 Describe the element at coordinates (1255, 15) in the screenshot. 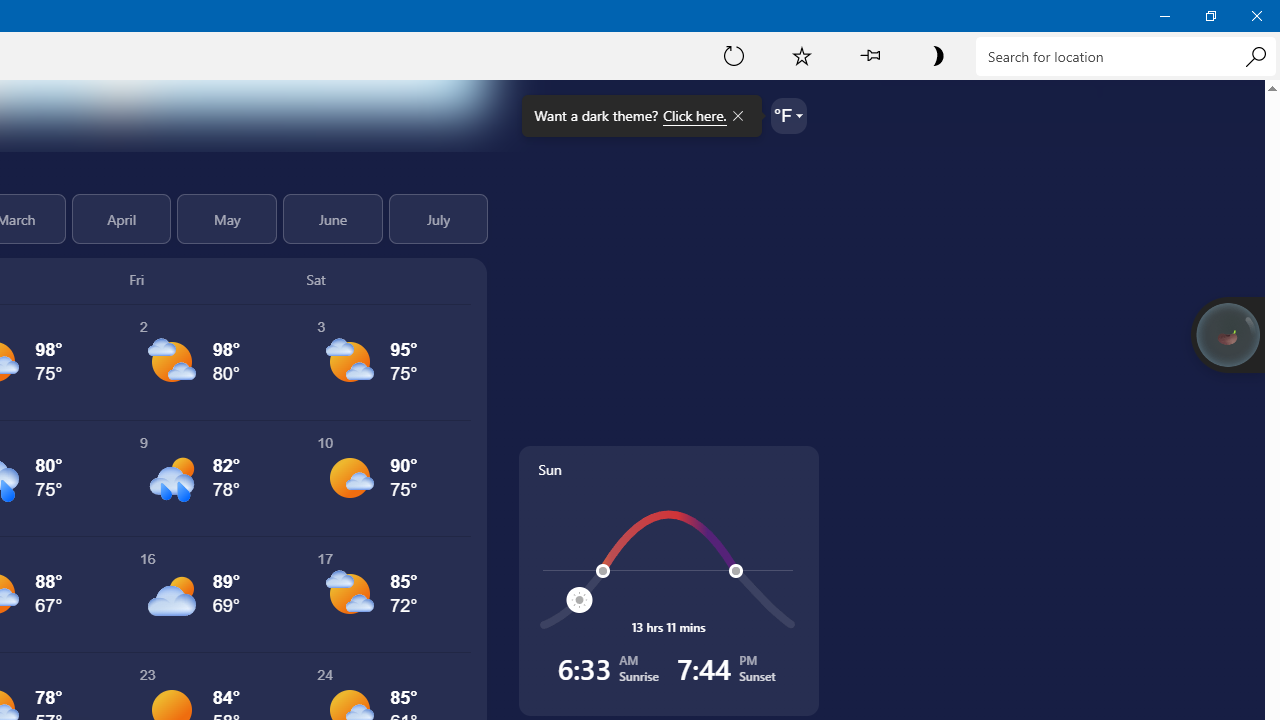

I see `'Close Weather'` at that location.